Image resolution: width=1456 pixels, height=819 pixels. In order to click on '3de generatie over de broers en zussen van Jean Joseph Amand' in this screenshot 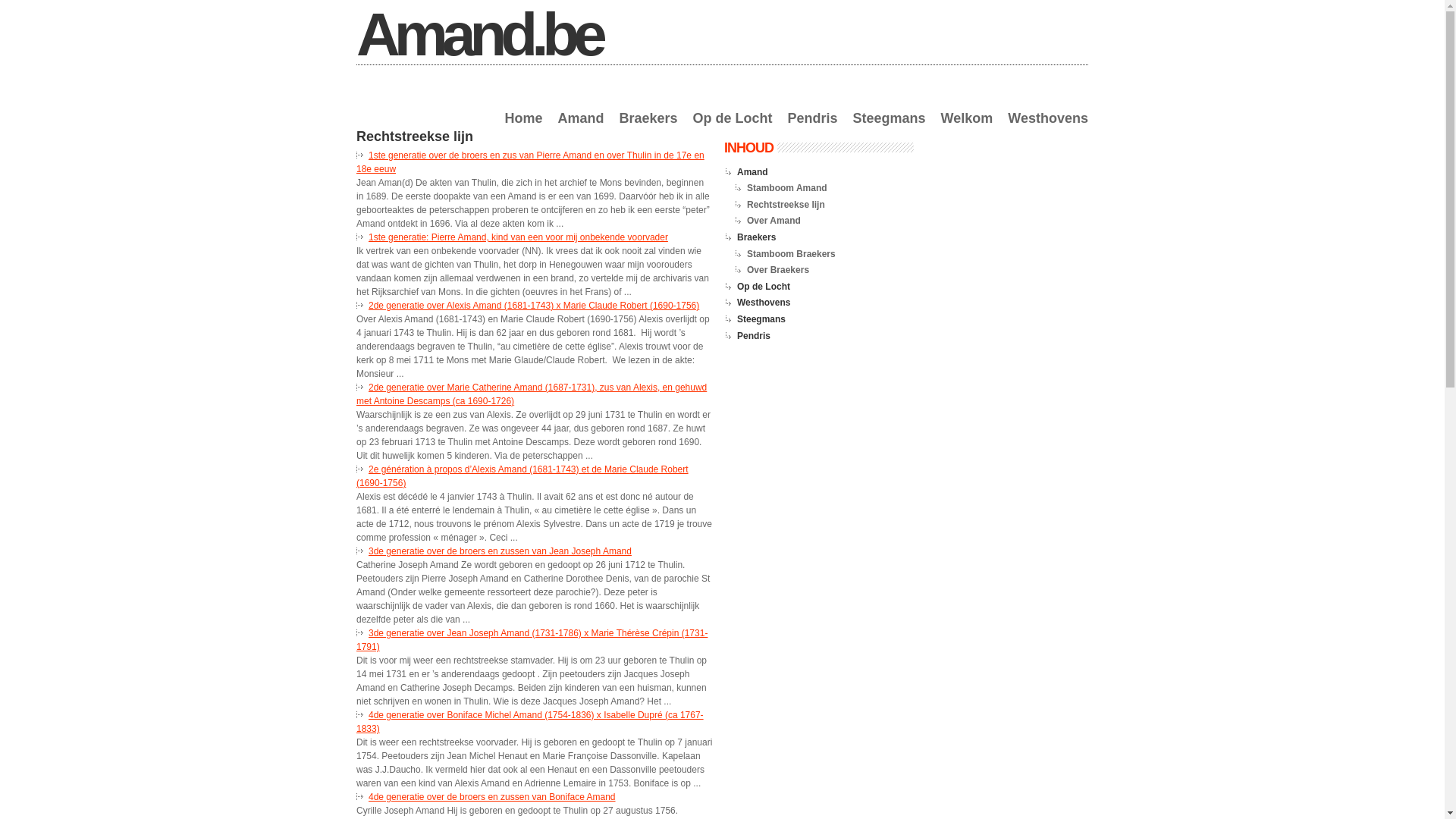, I will do `click(500, 551)`.